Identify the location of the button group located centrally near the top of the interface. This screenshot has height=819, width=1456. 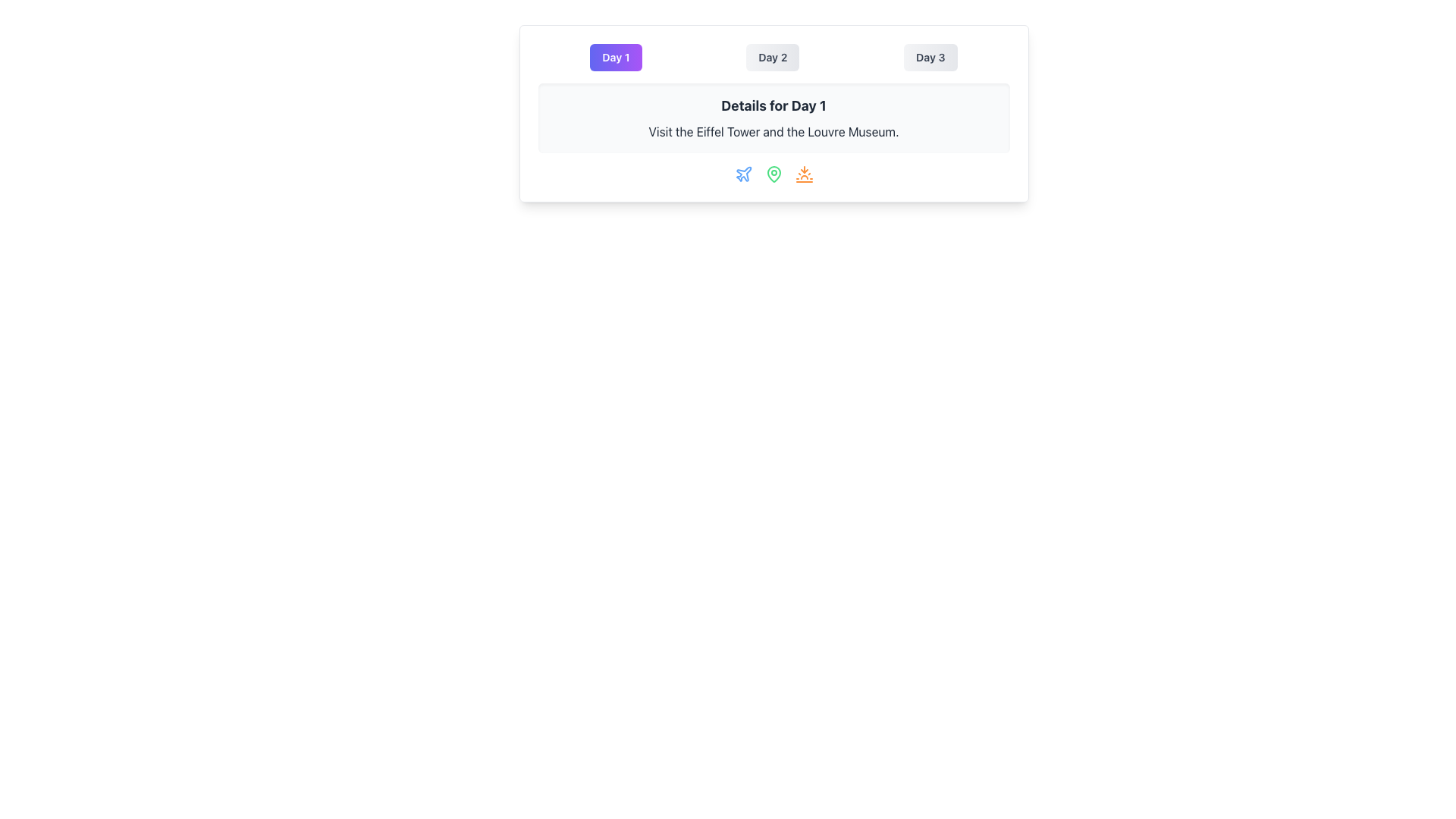
(773, 57).